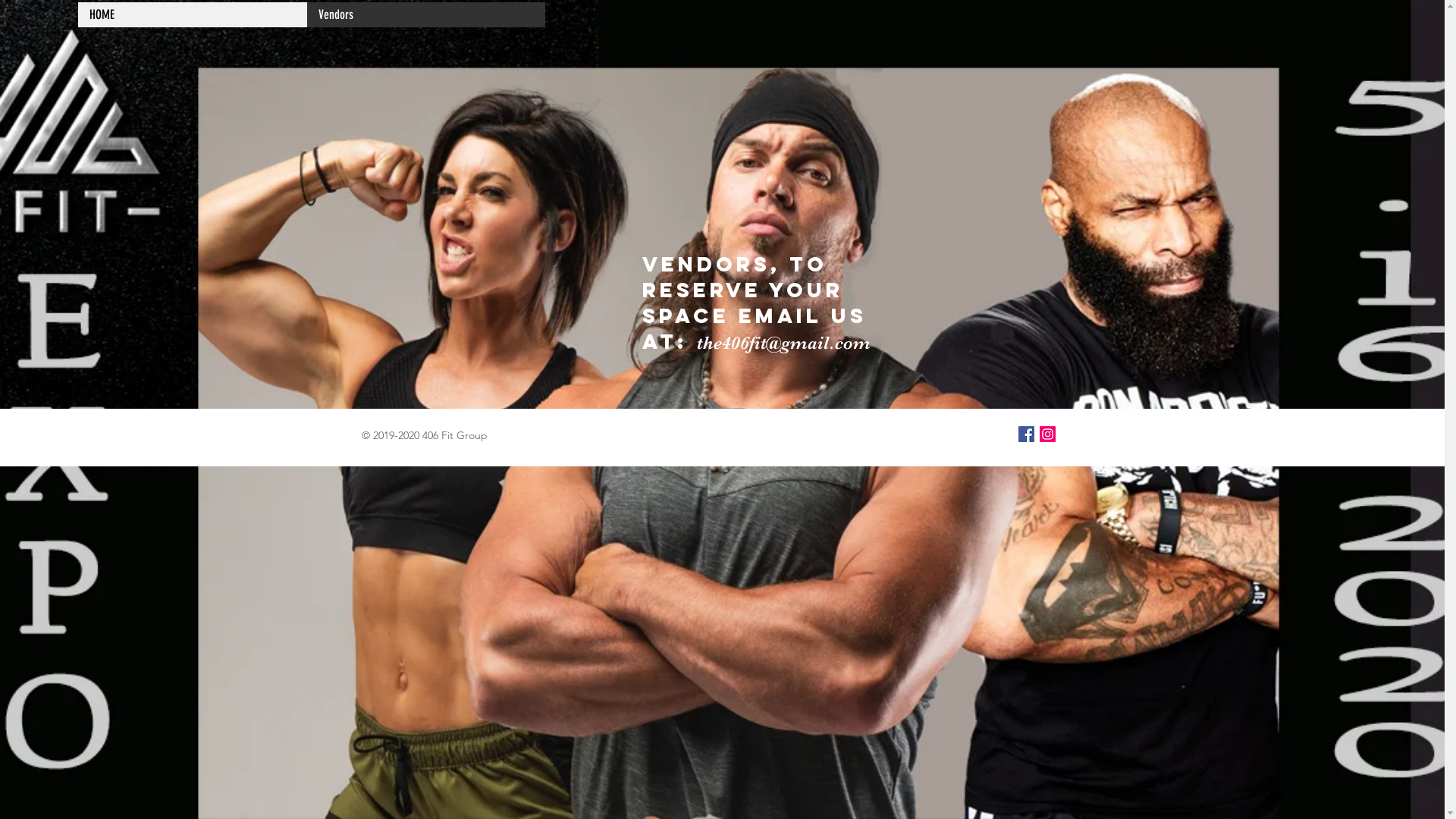 The width and height of the screenshot is (1456, 819). Describe the element at coordinates (695, 342) in the screenshot. I see `'the406fit@gmail.com'` at that location.